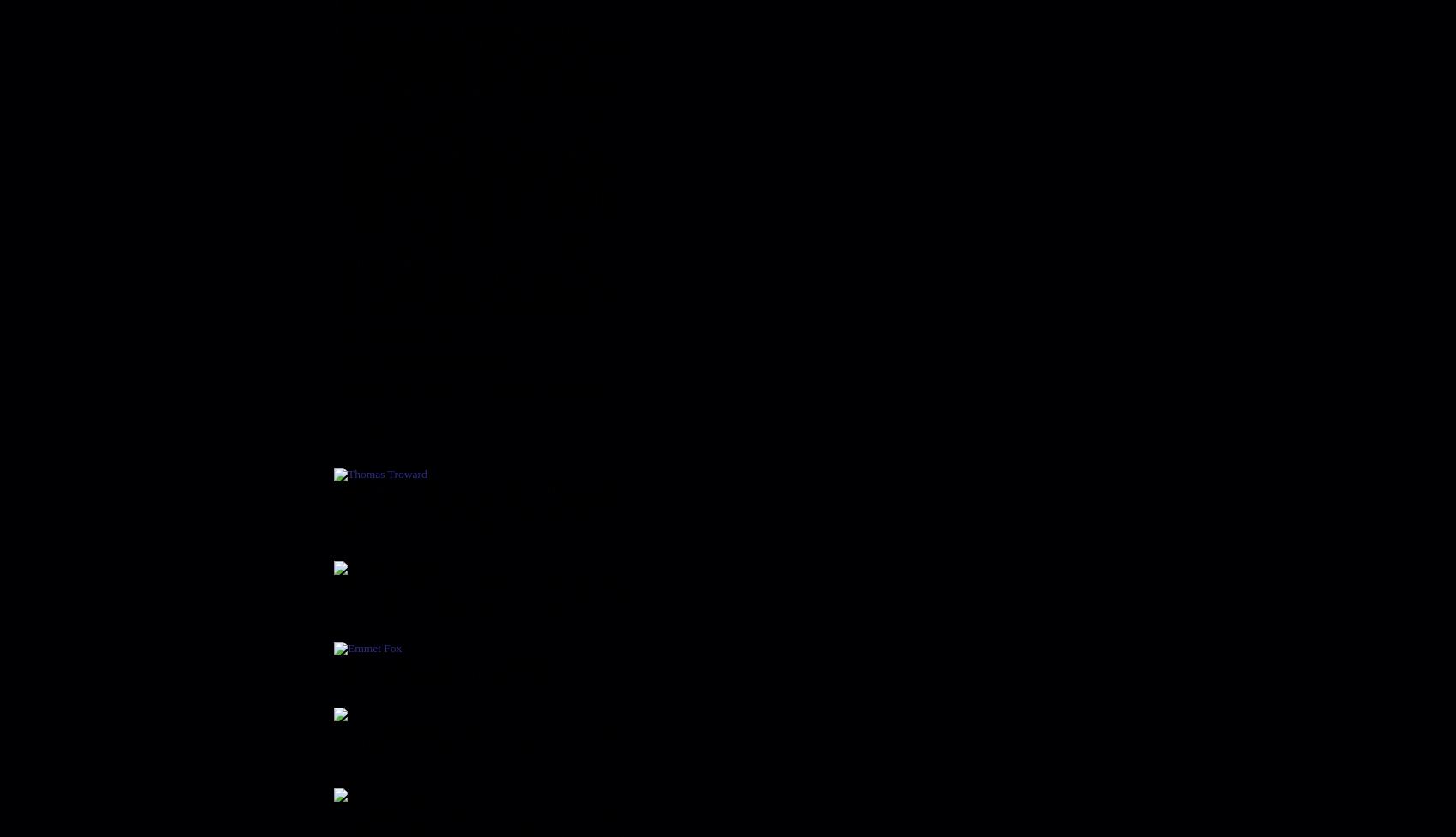 The height and width of the screenshot is (837, 1456). What do you see at coordinates (332, 84) in the screenshot?
I see `'Just the FAQ’s, Please'` at bounding box center [332, 84].